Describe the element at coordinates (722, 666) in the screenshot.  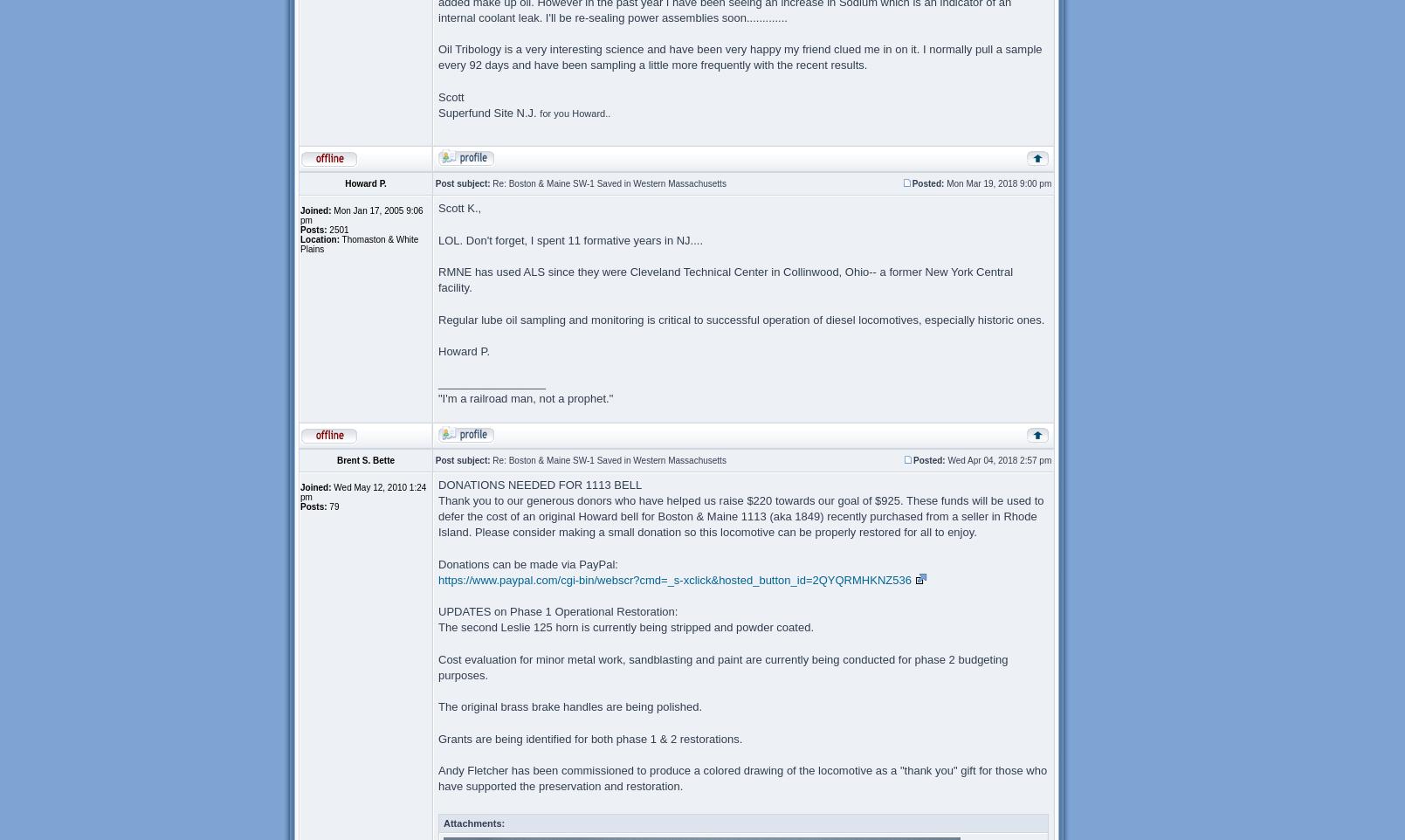
I see `'Cost evaluation for minor metal work, sandblasting and paint are currently being conducted for phase 2 budgeting purposes.'` at that location.